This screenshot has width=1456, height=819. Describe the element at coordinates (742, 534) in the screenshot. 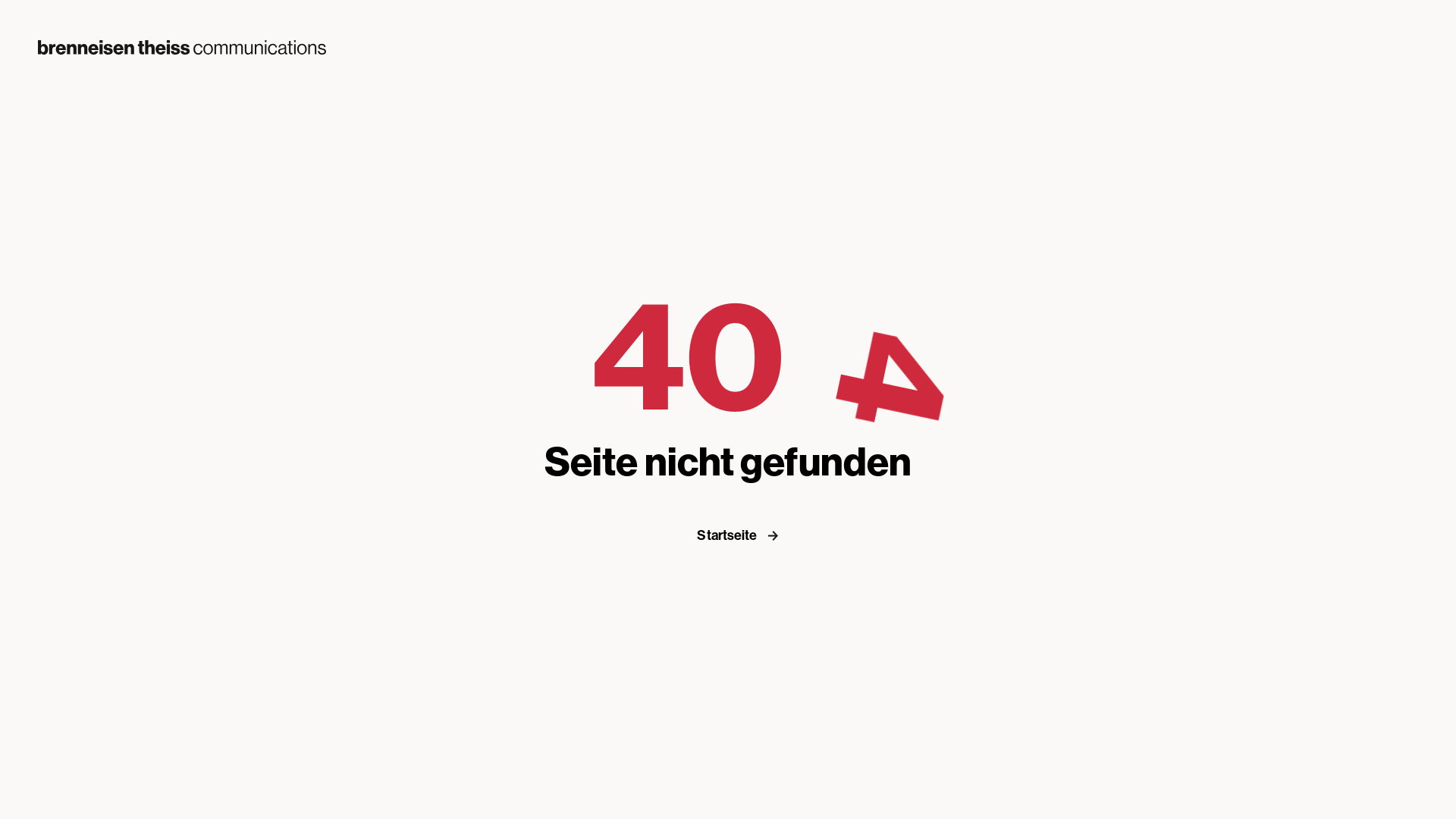

I see `'Startseite'` at that location.